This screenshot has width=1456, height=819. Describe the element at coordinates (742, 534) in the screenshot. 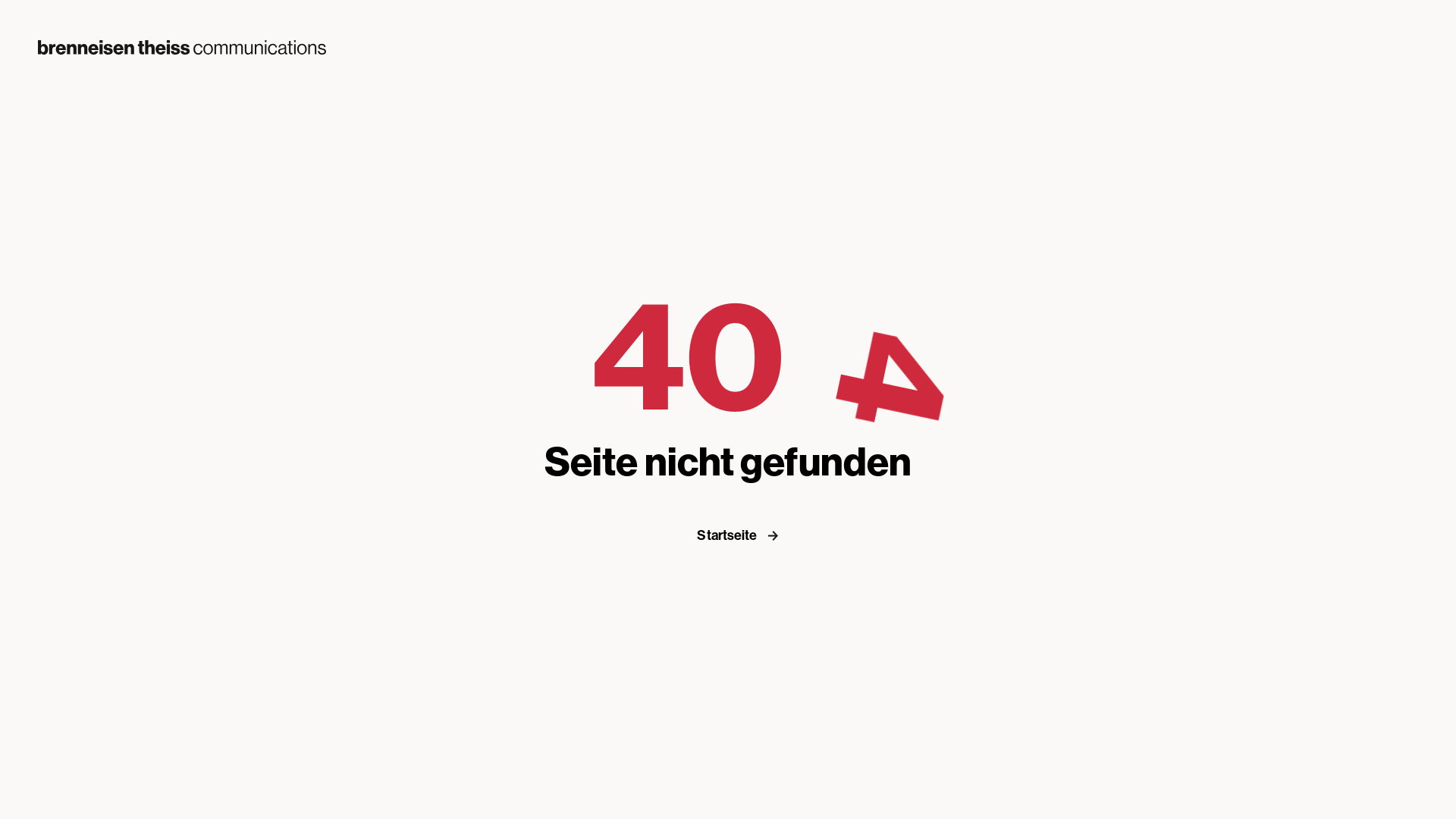

I see `'Startseite'` at that location.